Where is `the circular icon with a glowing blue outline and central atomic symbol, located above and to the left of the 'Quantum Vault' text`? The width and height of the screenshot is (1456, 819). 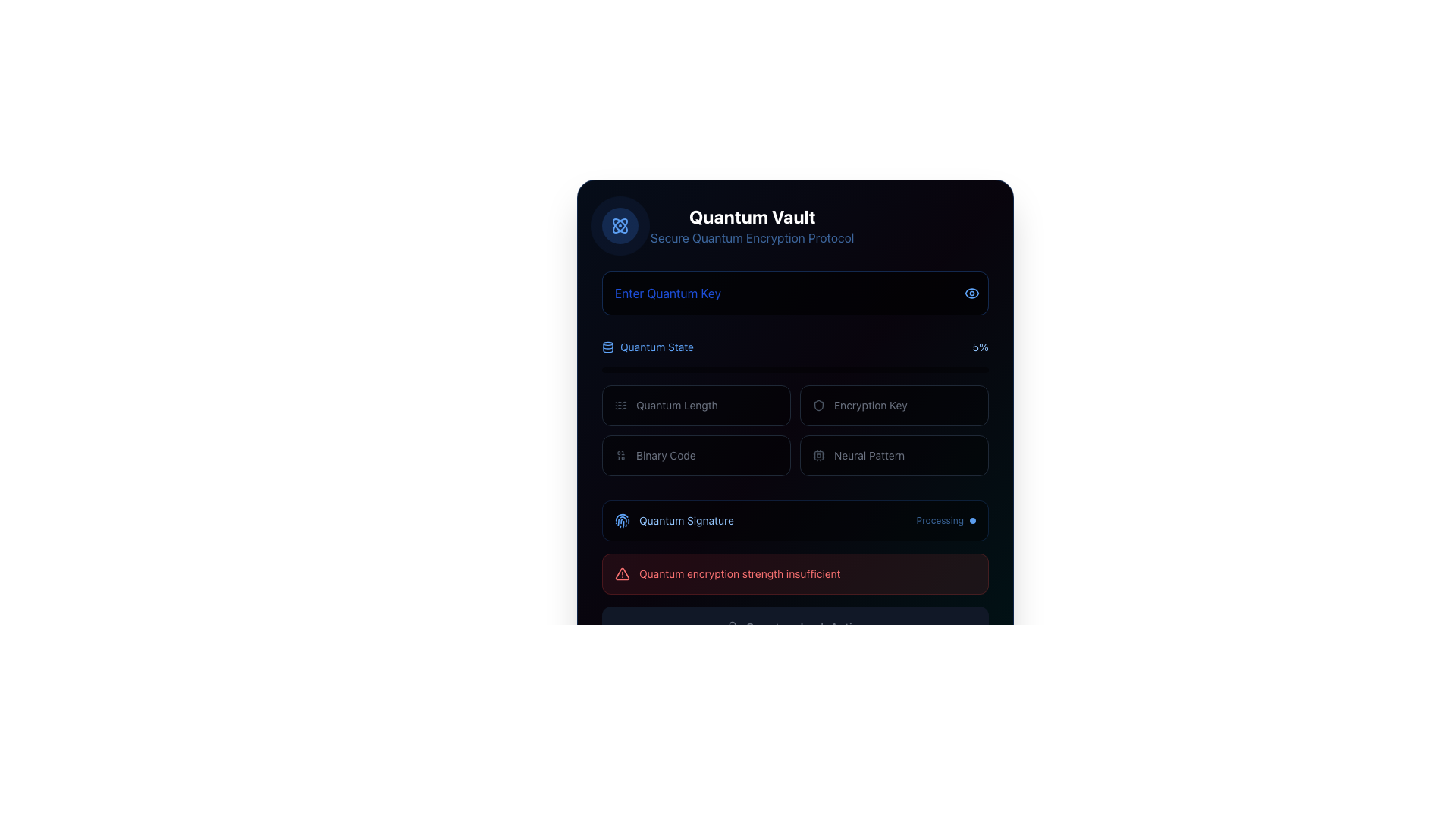
the circular icon with a glowing blue outline and central atomic symbol, located above and to the left of the 'Quantum Vault' text is located at coordinates (620, 225).